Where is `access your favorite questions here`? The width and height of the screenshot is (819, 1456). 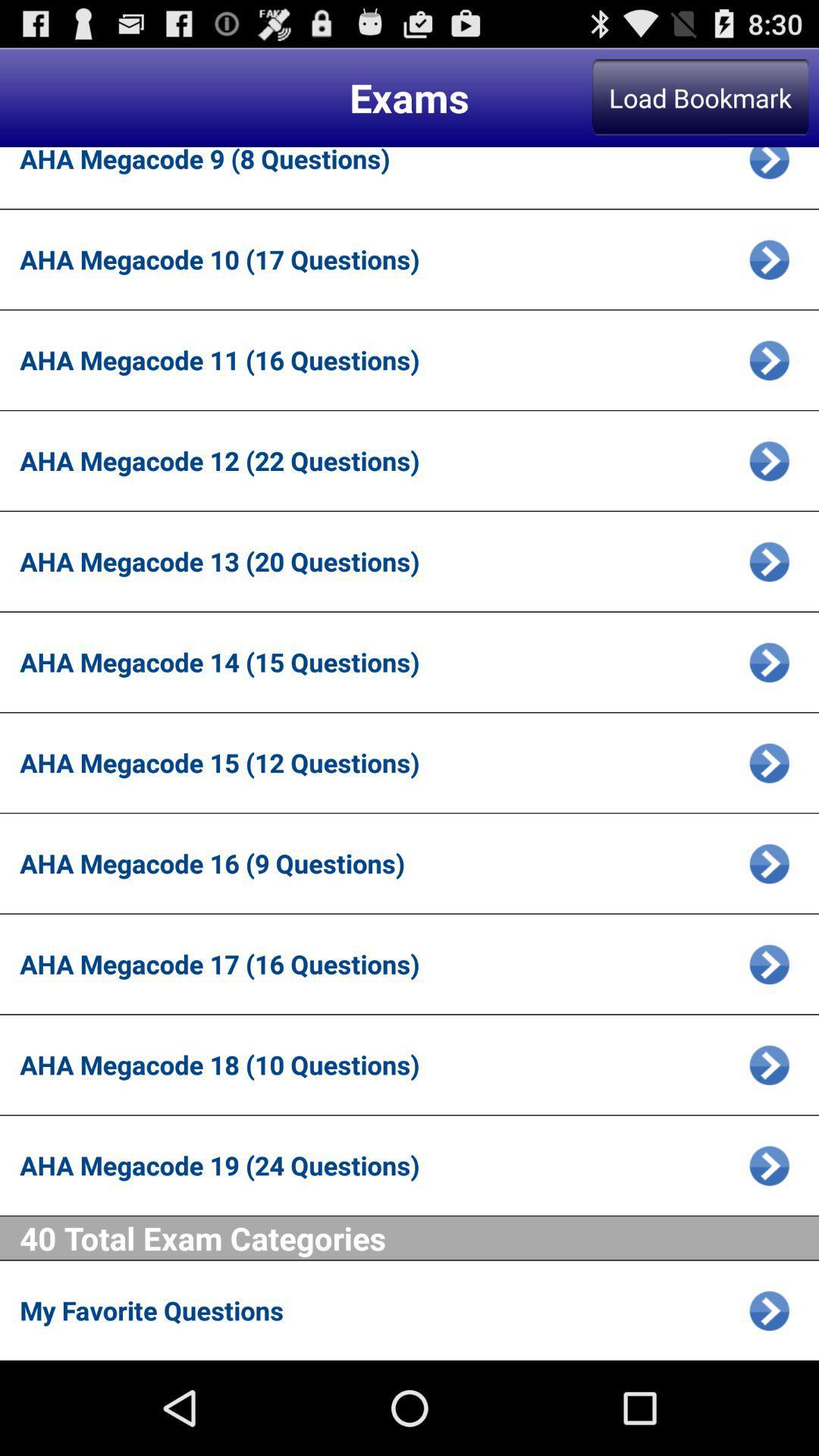 access your favorite questions here is located at coordinates (769, 1310).